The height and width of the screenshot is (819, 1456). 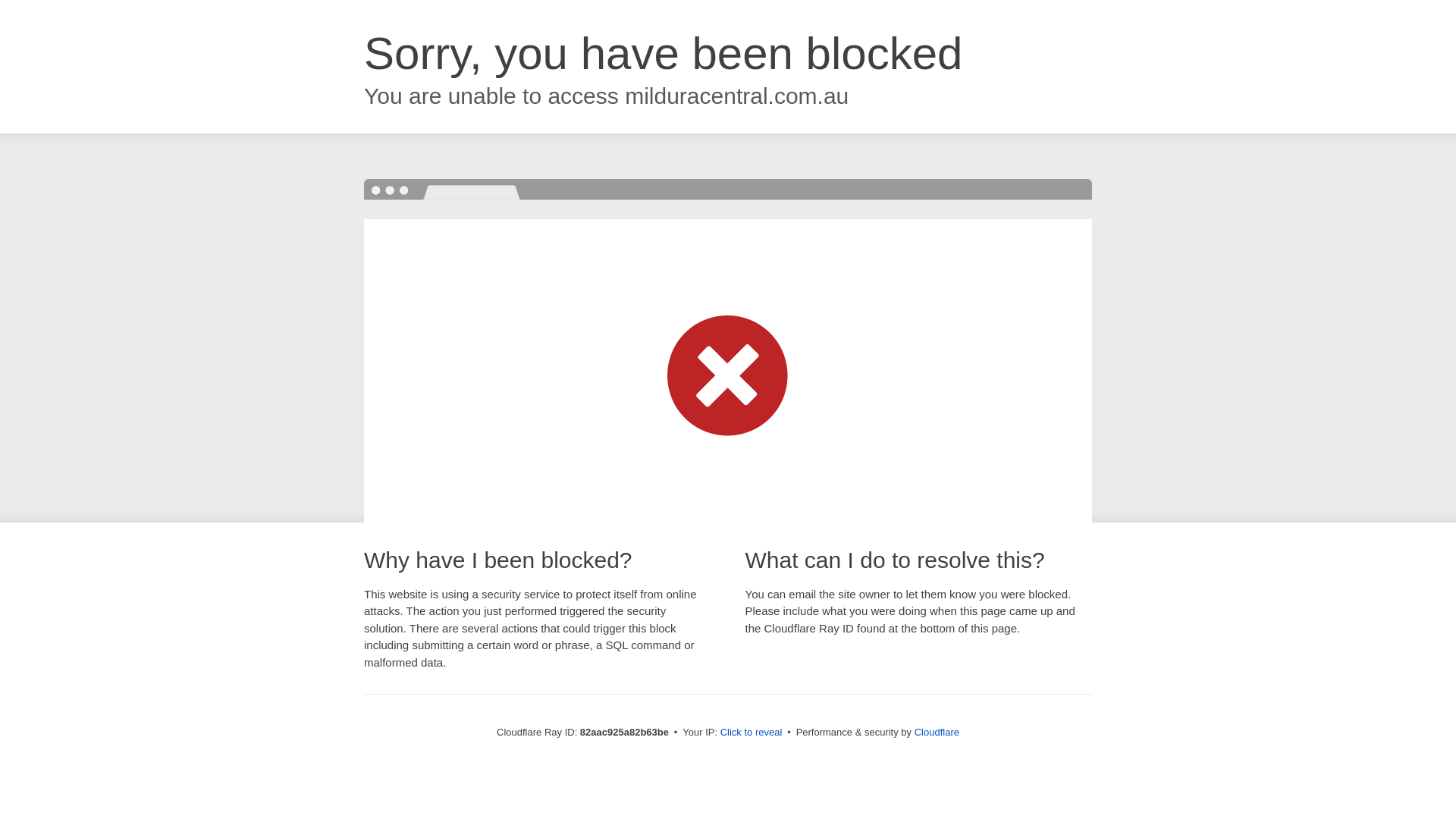 I want to click on 'Cloudflare', so click(x=936, y=731).